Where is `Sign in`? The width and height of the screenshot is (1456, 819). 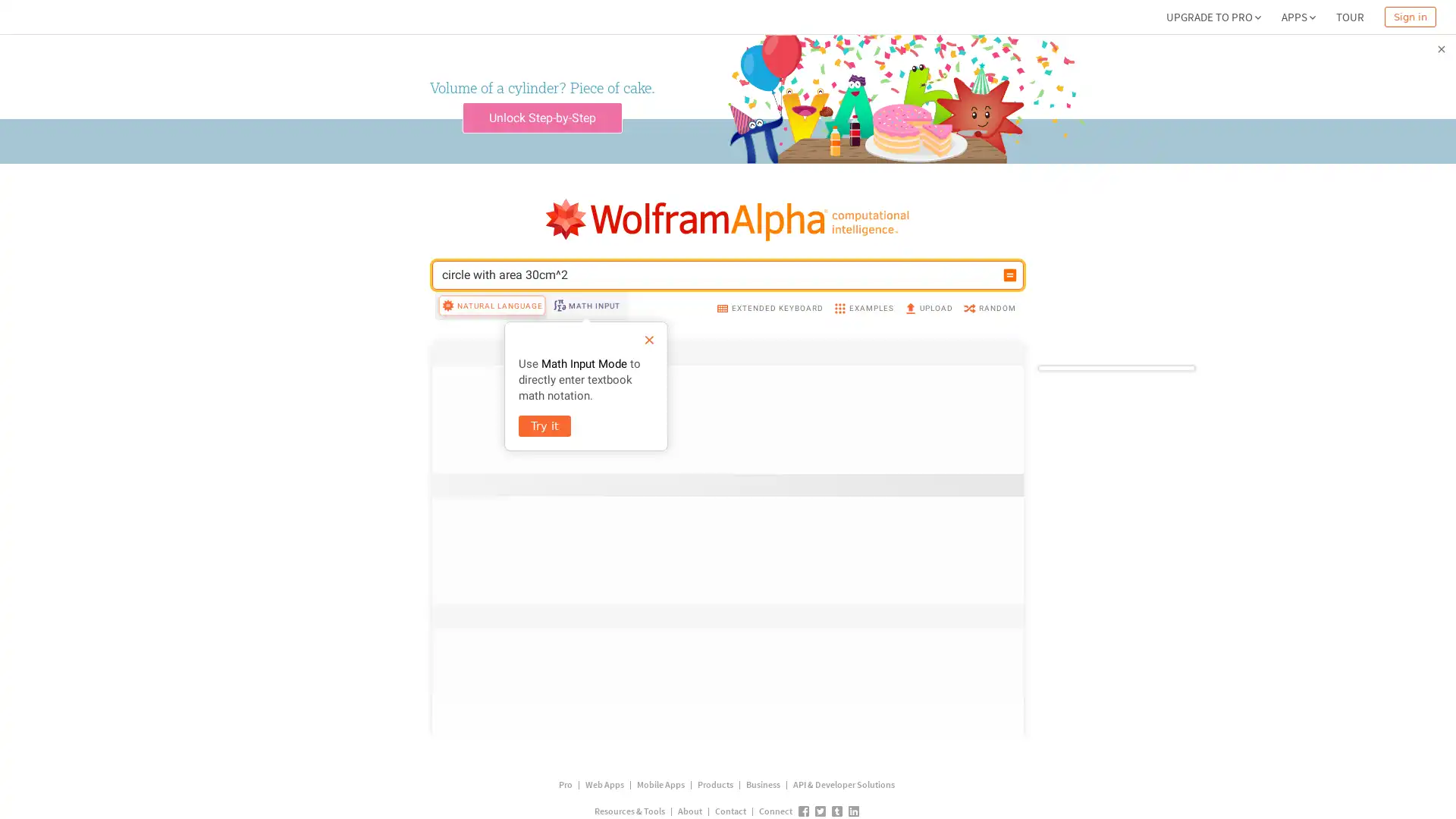
Sign in is located at coordinates (1410, 17).